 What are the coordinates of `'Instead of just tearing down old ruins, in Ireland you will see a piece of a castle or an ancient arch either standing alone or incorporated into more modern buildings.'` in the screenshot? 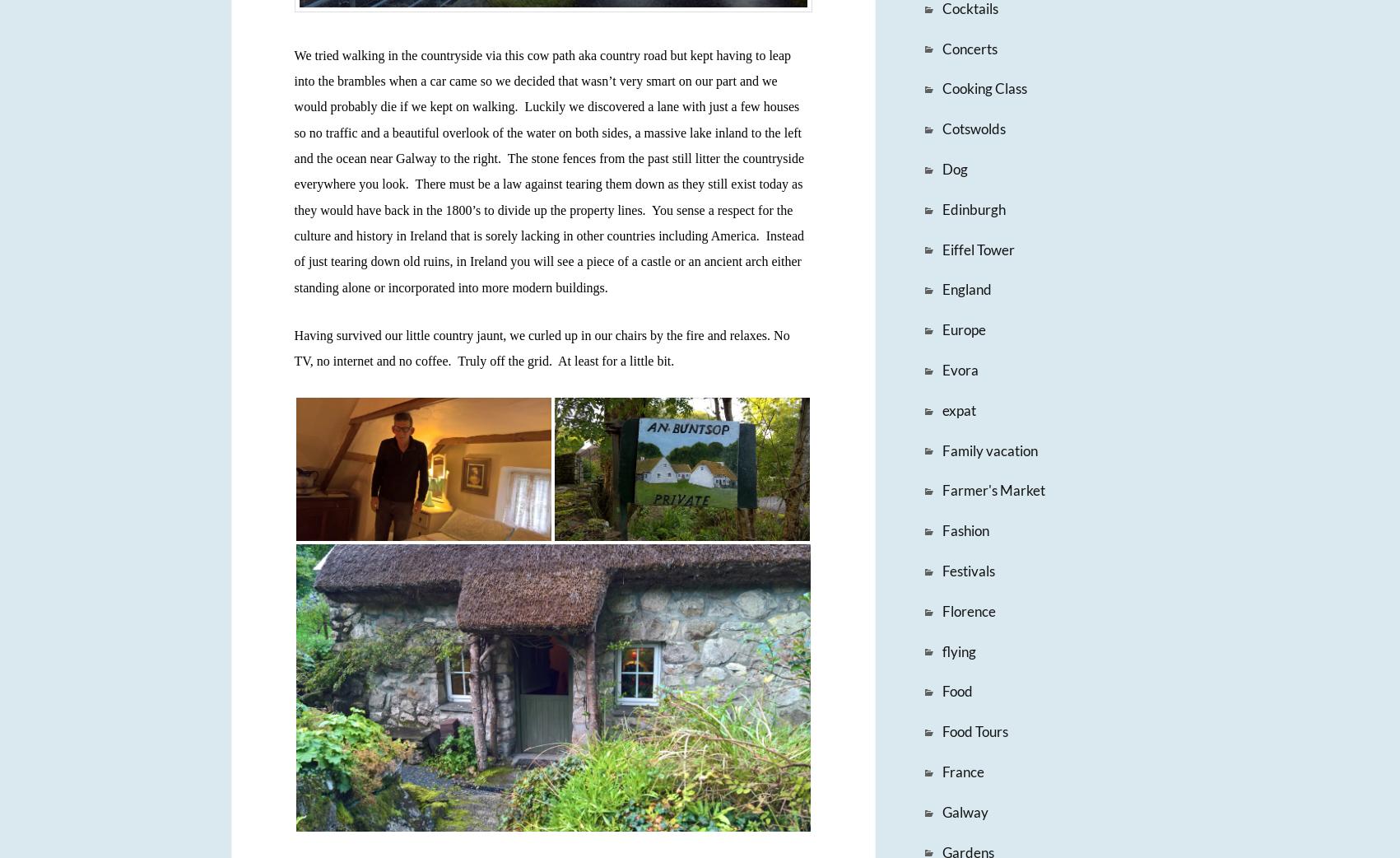 It's located at (547, 261).